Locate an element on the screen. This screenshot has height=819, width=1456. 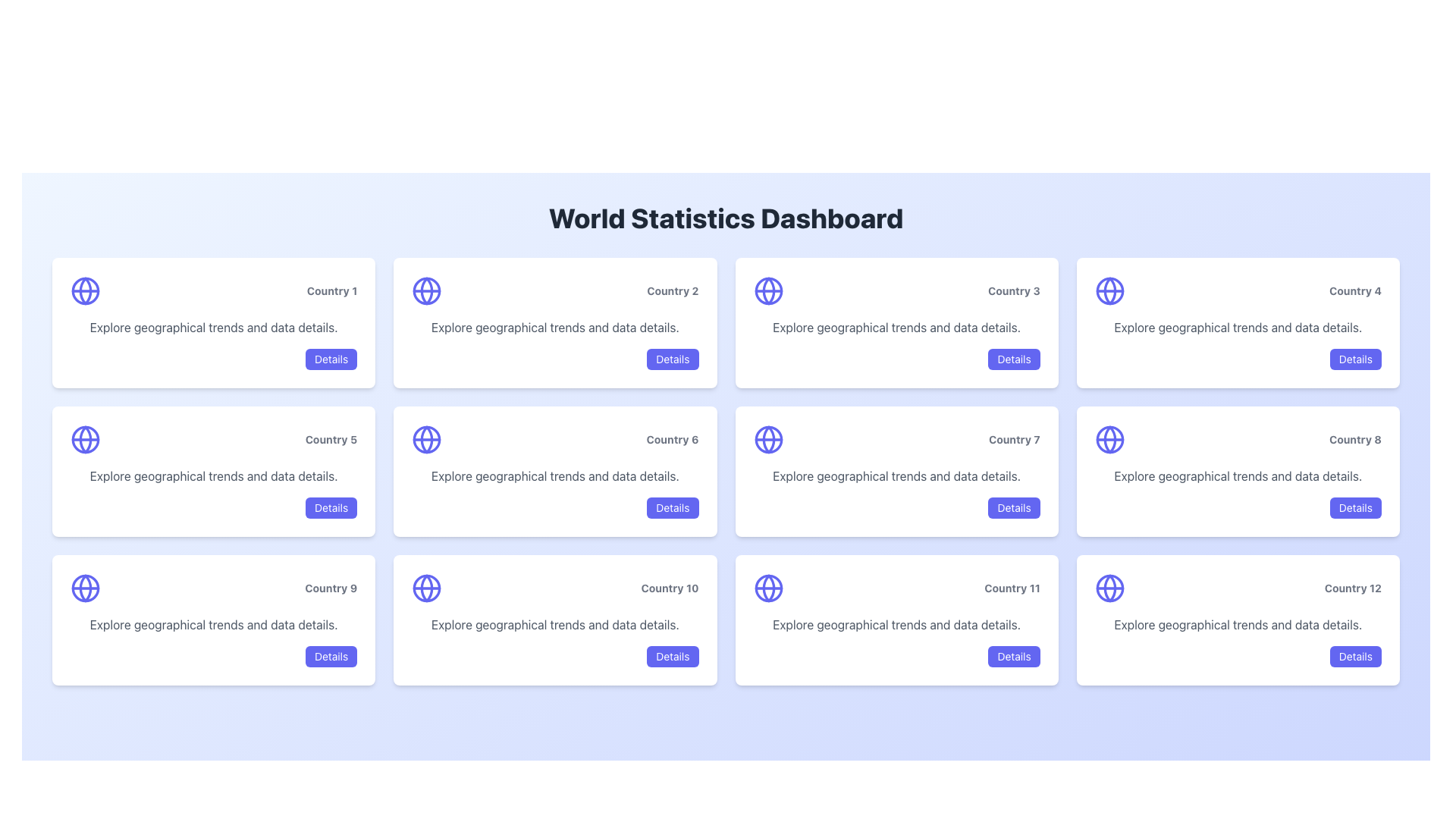
the button located in the bottom-right corner of the second card under the 'World Statistics Dashboard' is located at coordinates (672, 359).